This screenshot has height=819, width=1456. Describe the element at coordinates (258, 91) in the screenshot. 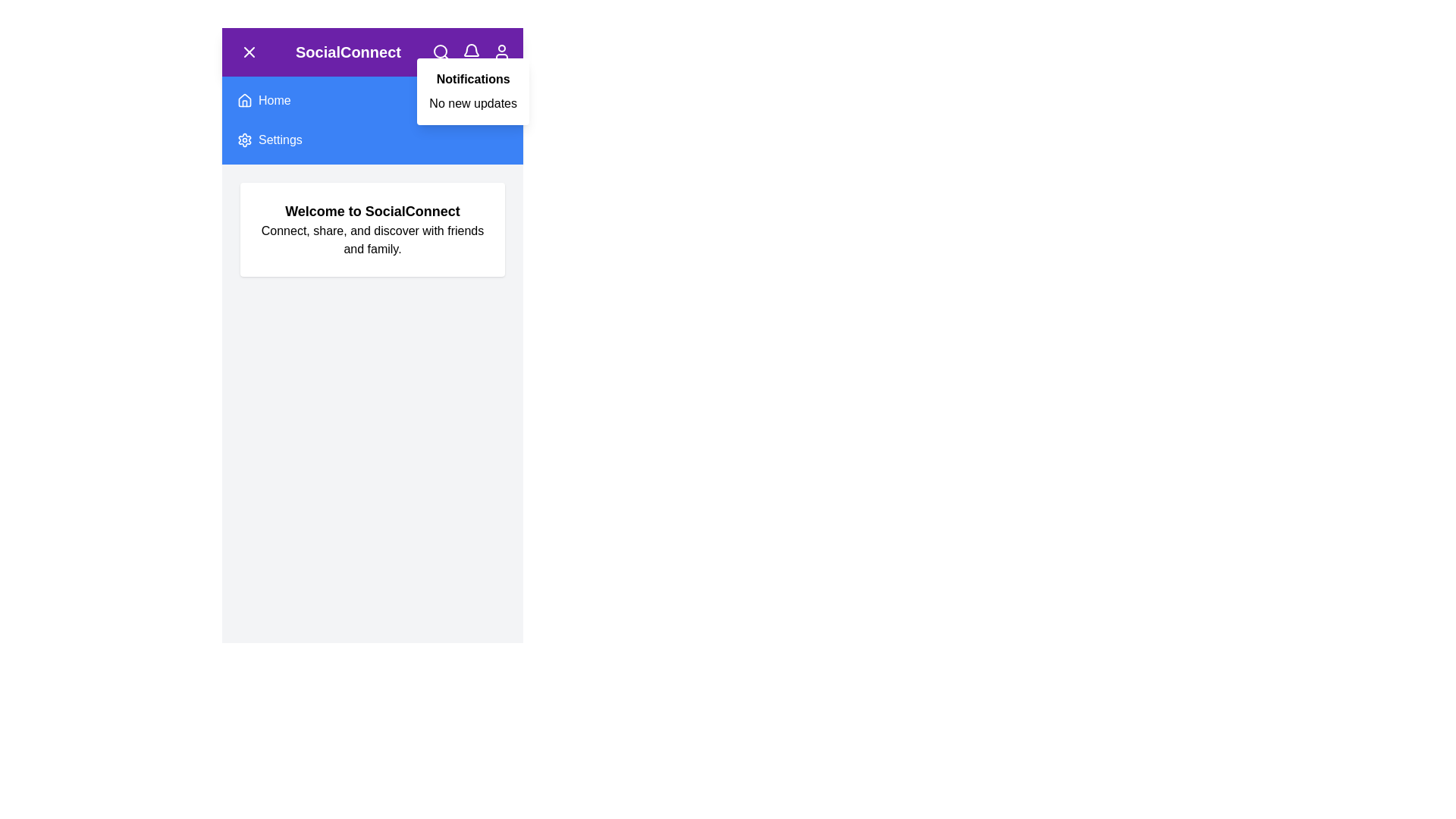

I see `the 'Home' button to navigate to the 'Home' section` at that location.